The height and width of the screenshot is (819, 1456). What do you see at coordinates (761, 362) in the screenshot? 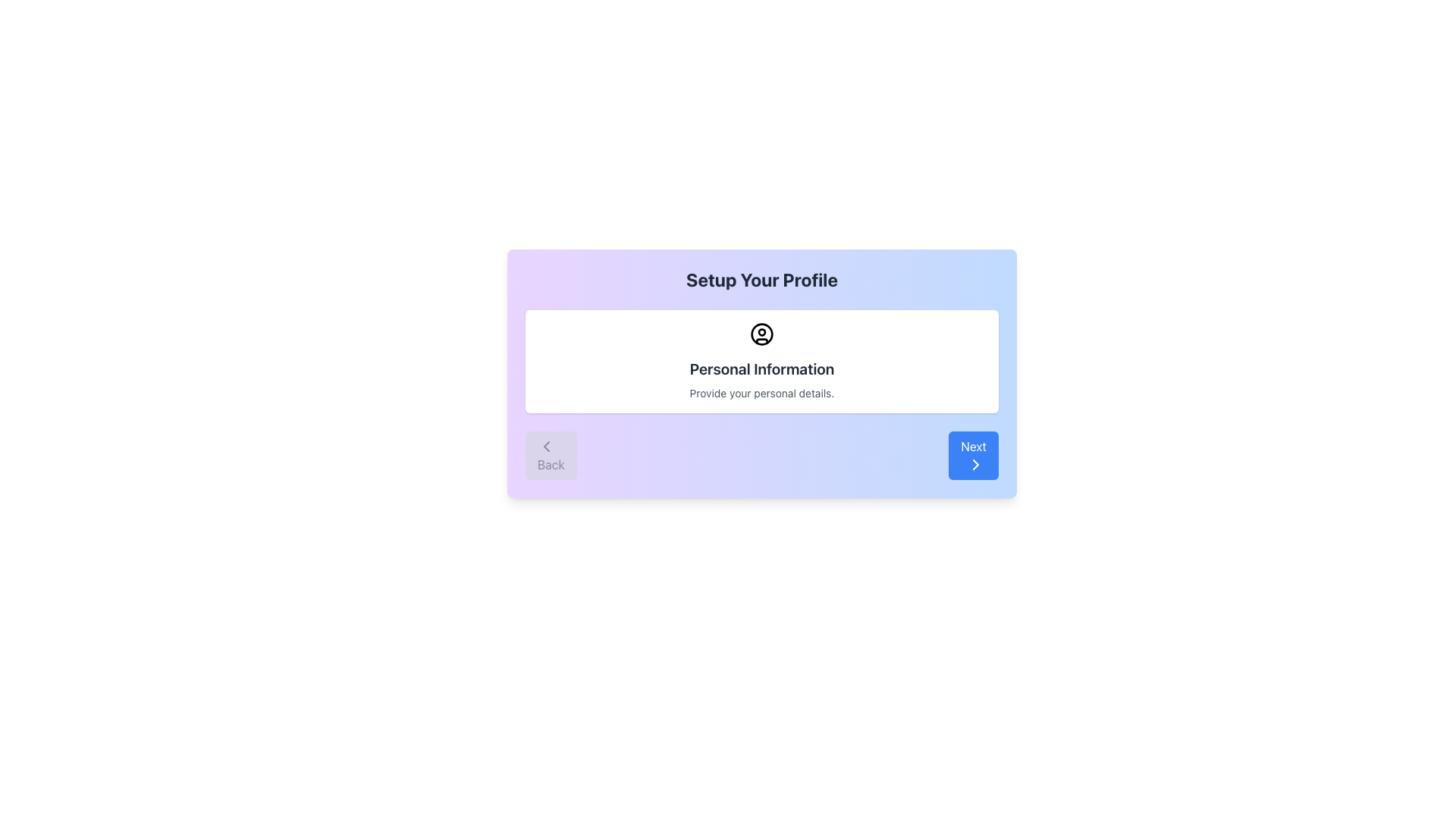
I see `the Section Header with Description that contains the text 'Personal Information' and the description 'Provide your personal details.'` at bounding box center [761, 362].